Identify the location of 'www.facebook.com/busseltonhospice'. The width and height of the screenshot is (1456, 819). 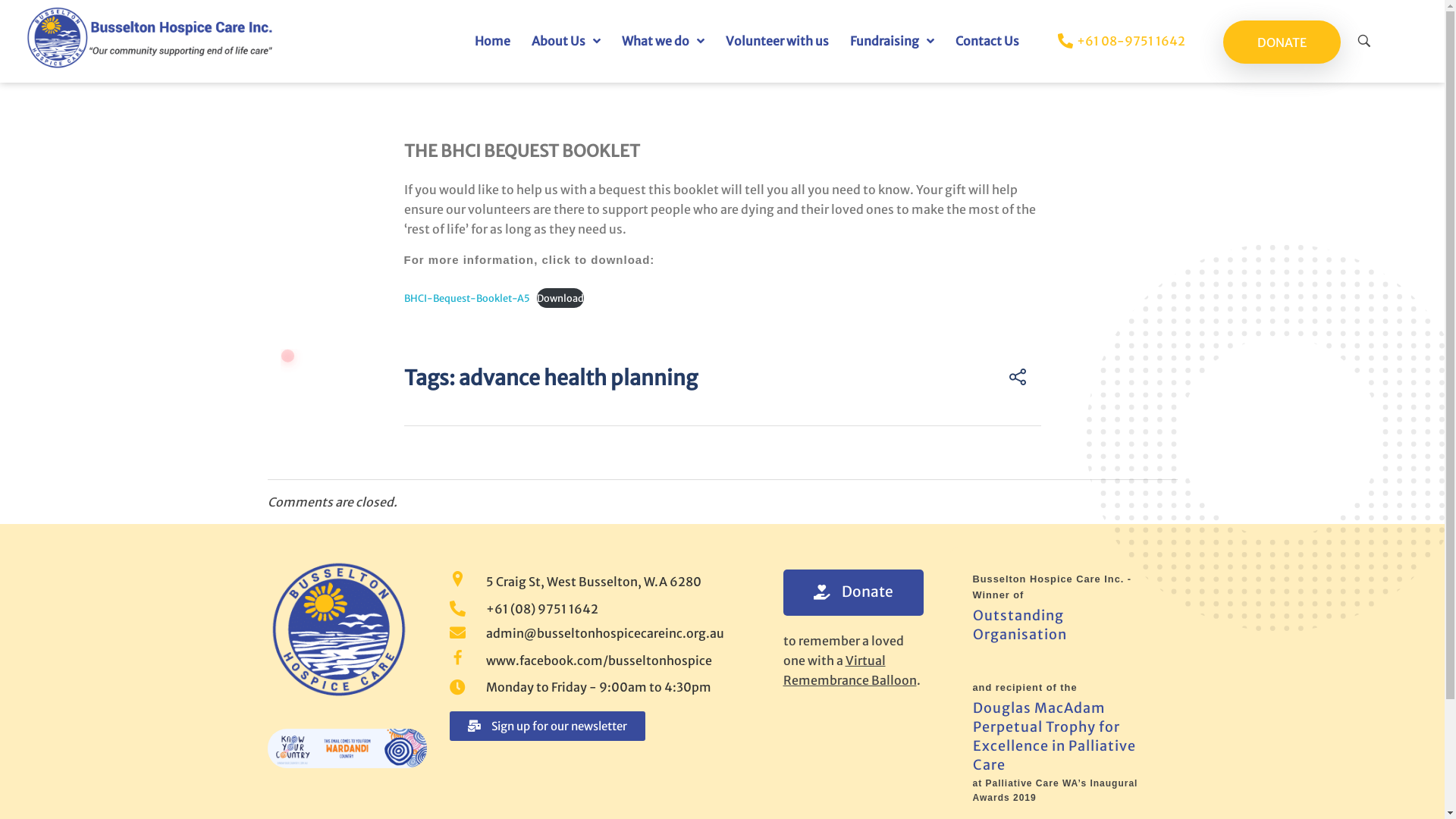
(596, 660).